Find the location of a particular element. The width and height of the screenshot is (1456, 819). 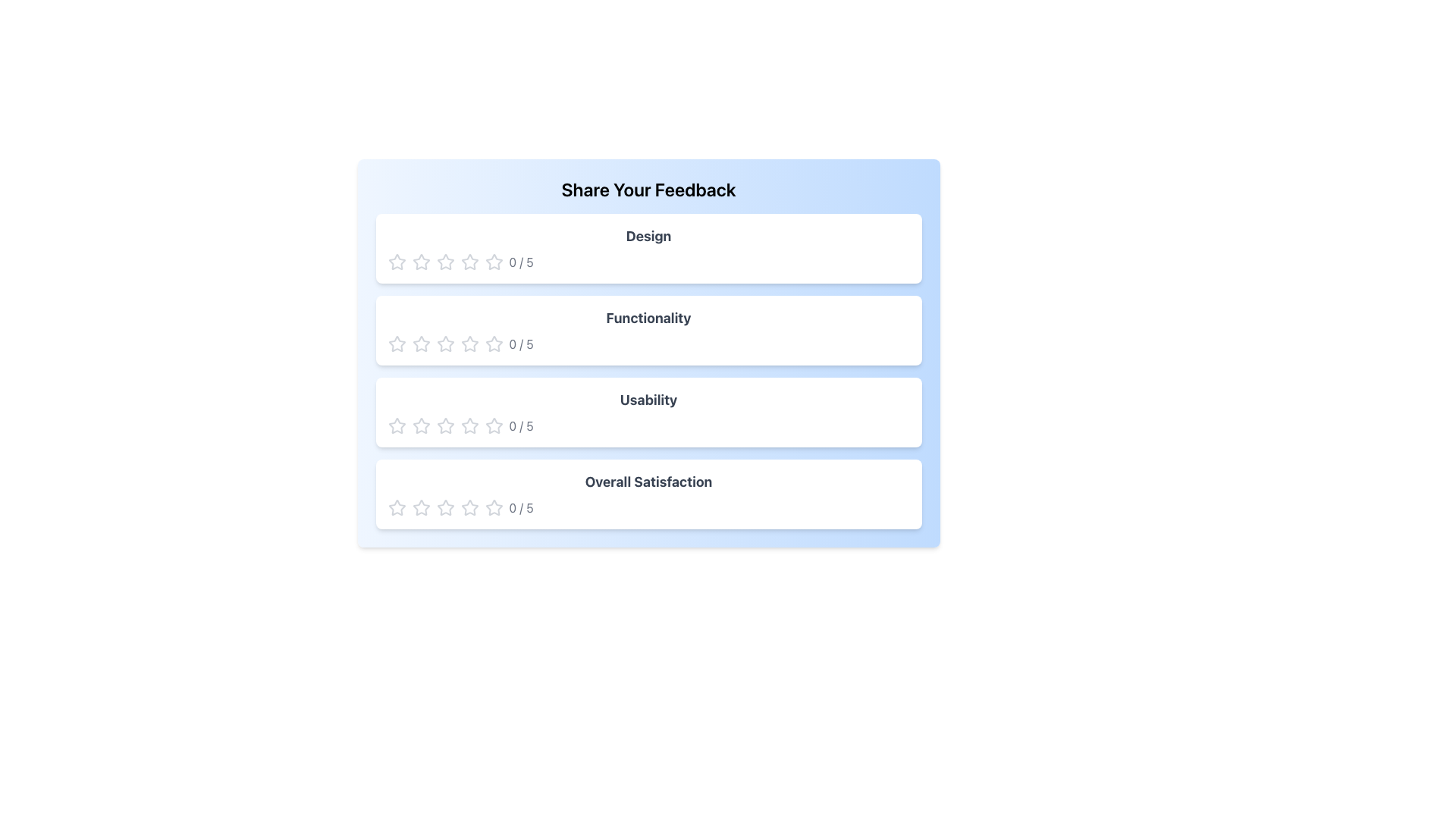

the first star rating icon in the 'Design' section of the 'Share Your Feedback' area is located at coordinates (397, 262).